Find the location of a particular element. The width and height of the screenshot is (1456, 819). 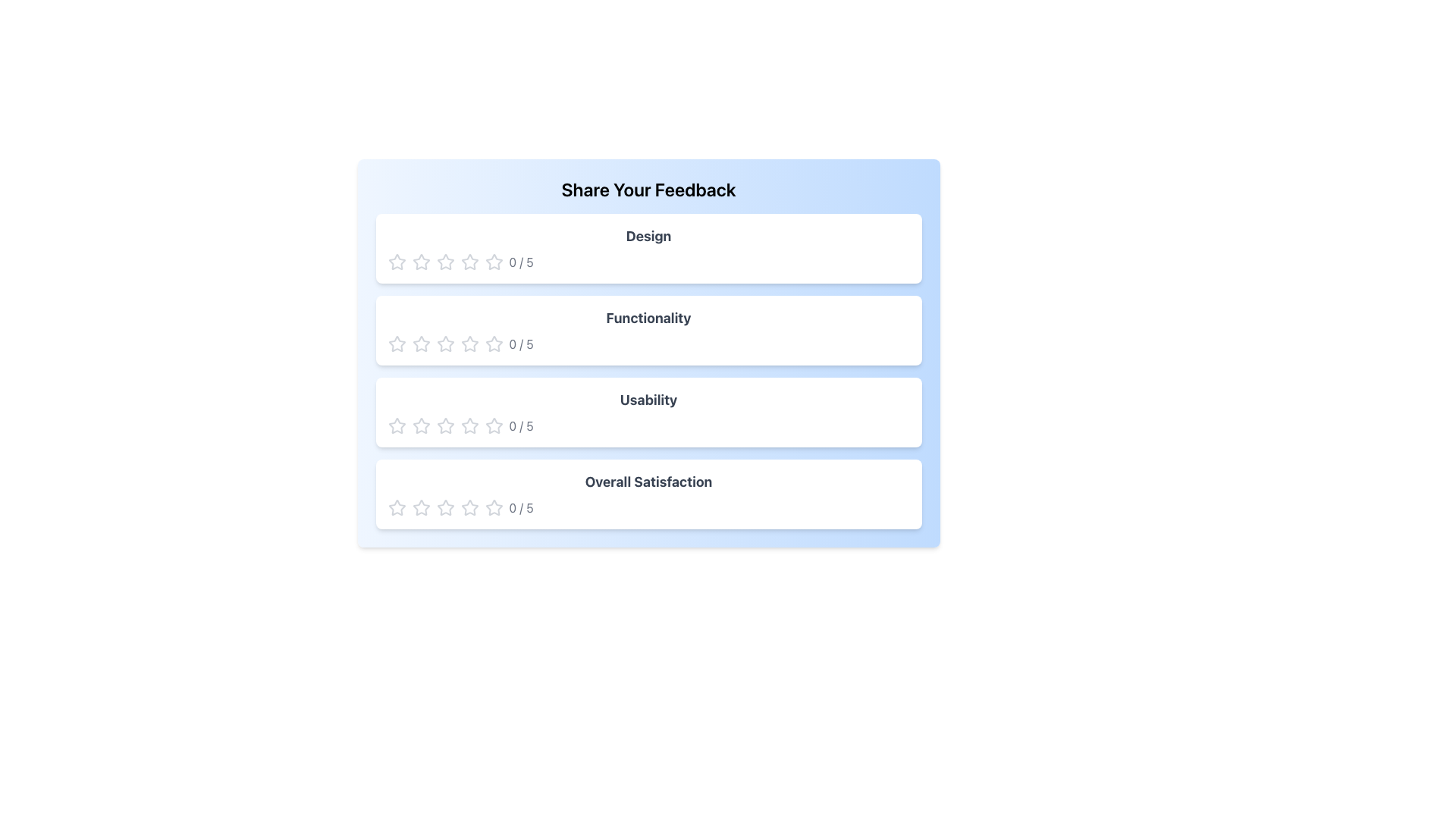

the first star rating icon in the 'Design' section of the 'Share Your Feedback' area is located at coordinates (397, 262).